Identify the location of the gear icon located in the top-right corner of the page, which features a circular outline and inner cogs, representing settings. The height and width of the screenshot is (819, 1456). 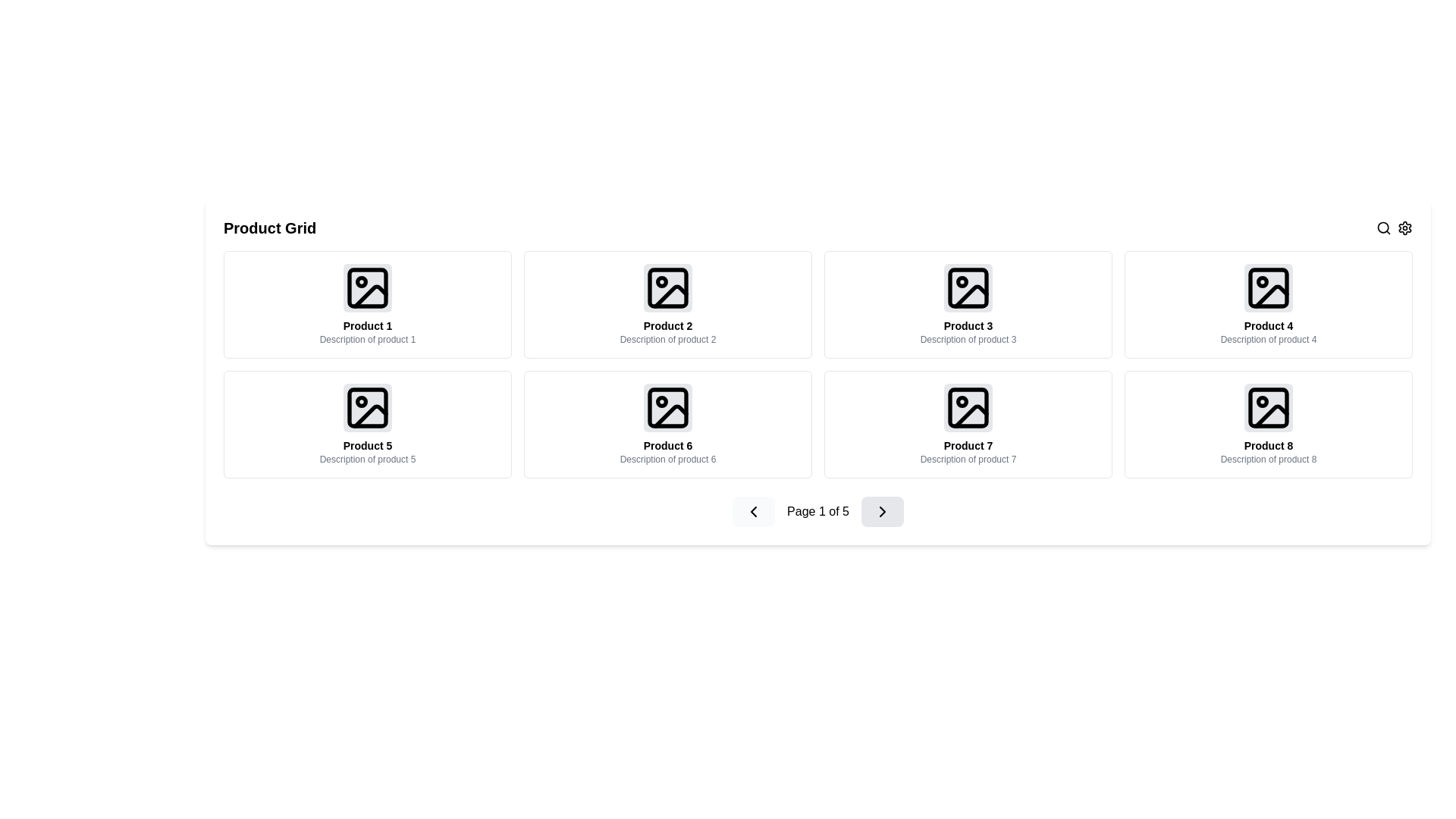
(1404, 227).